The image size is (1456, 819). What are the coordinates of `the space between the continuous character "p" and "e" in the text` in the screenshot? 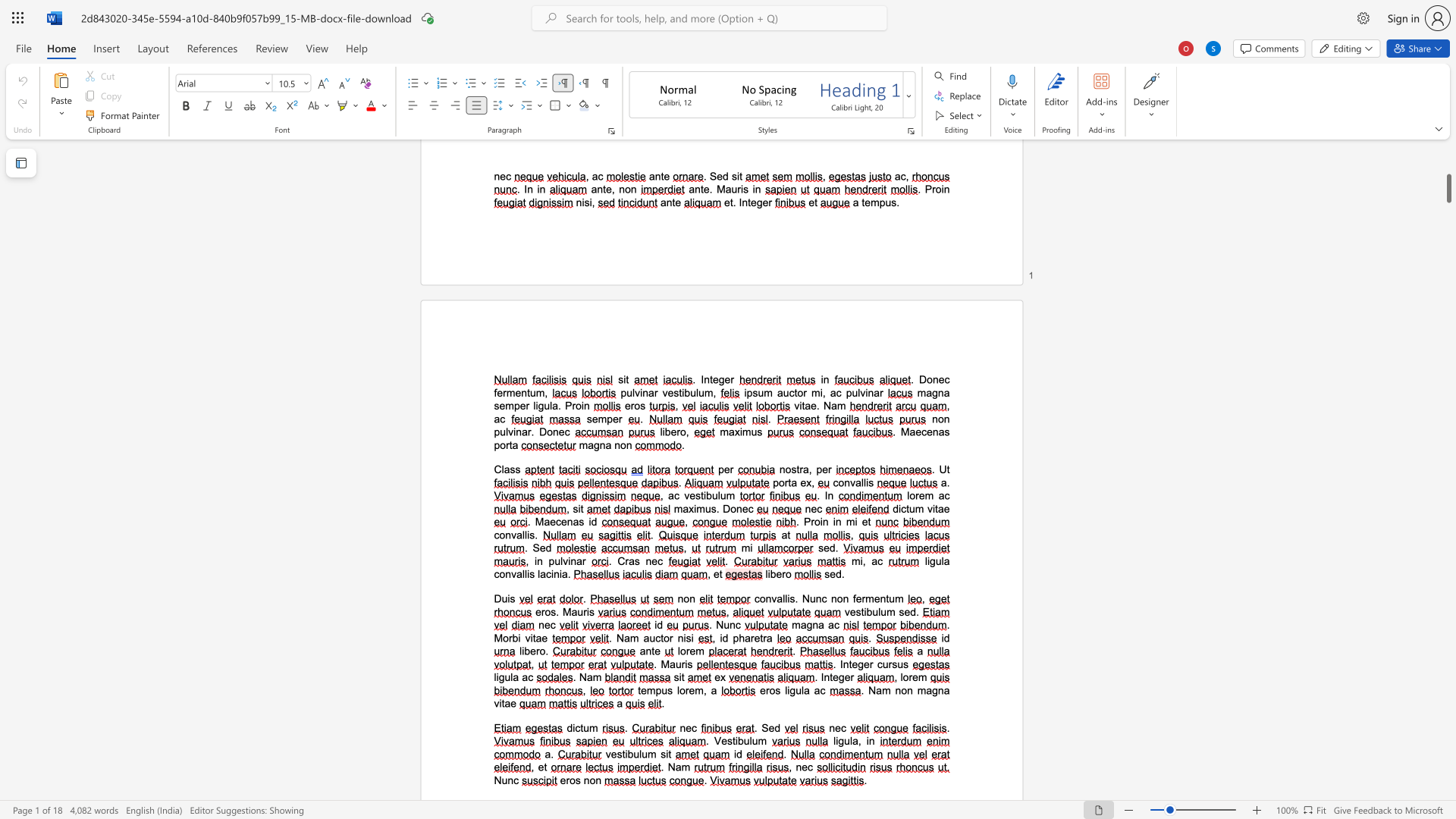 It's located at (821, 469).